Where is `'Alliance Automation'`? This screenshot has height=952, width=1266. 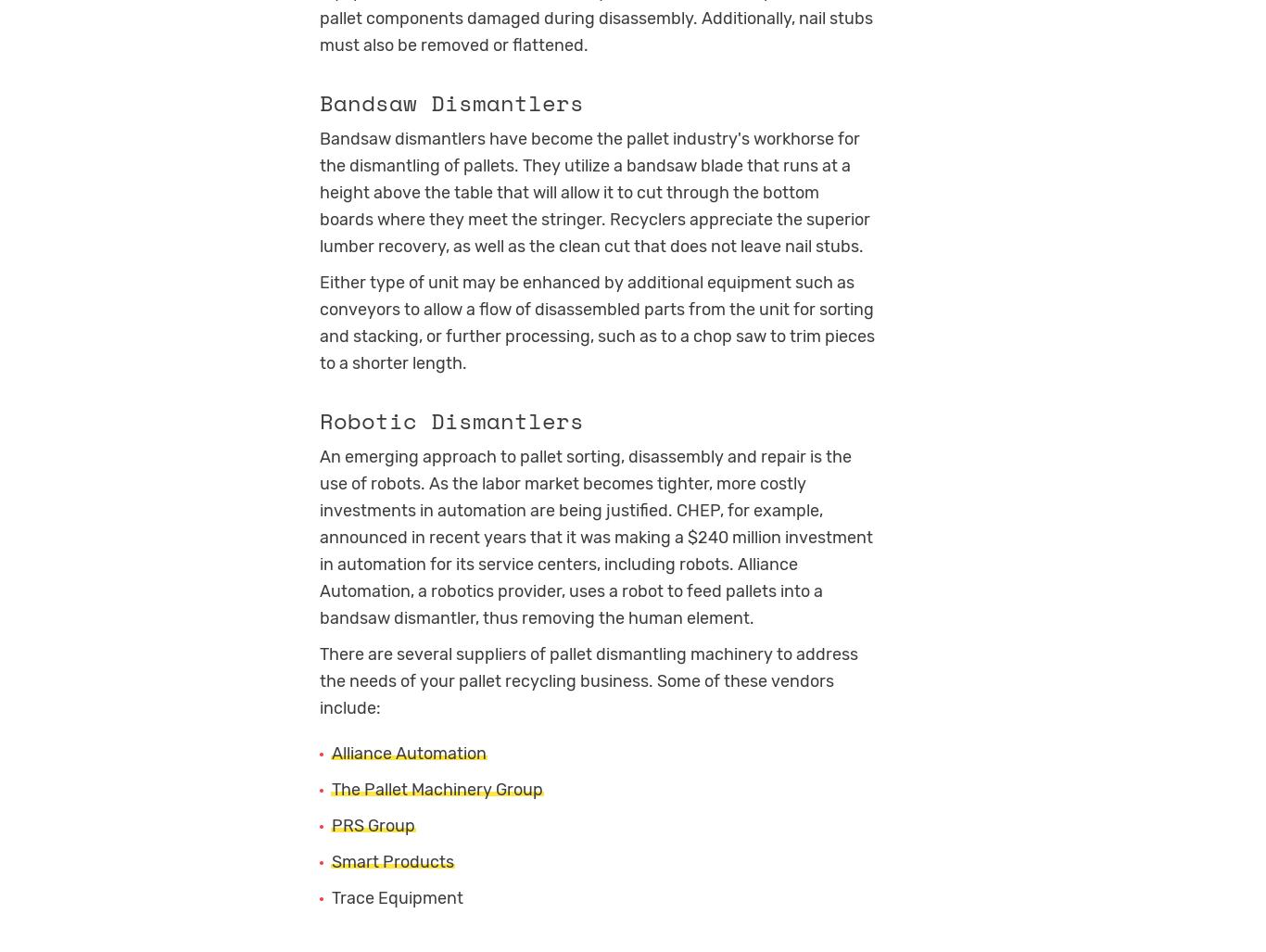 'Alliance Automation' is located at coordinates (407, 753).